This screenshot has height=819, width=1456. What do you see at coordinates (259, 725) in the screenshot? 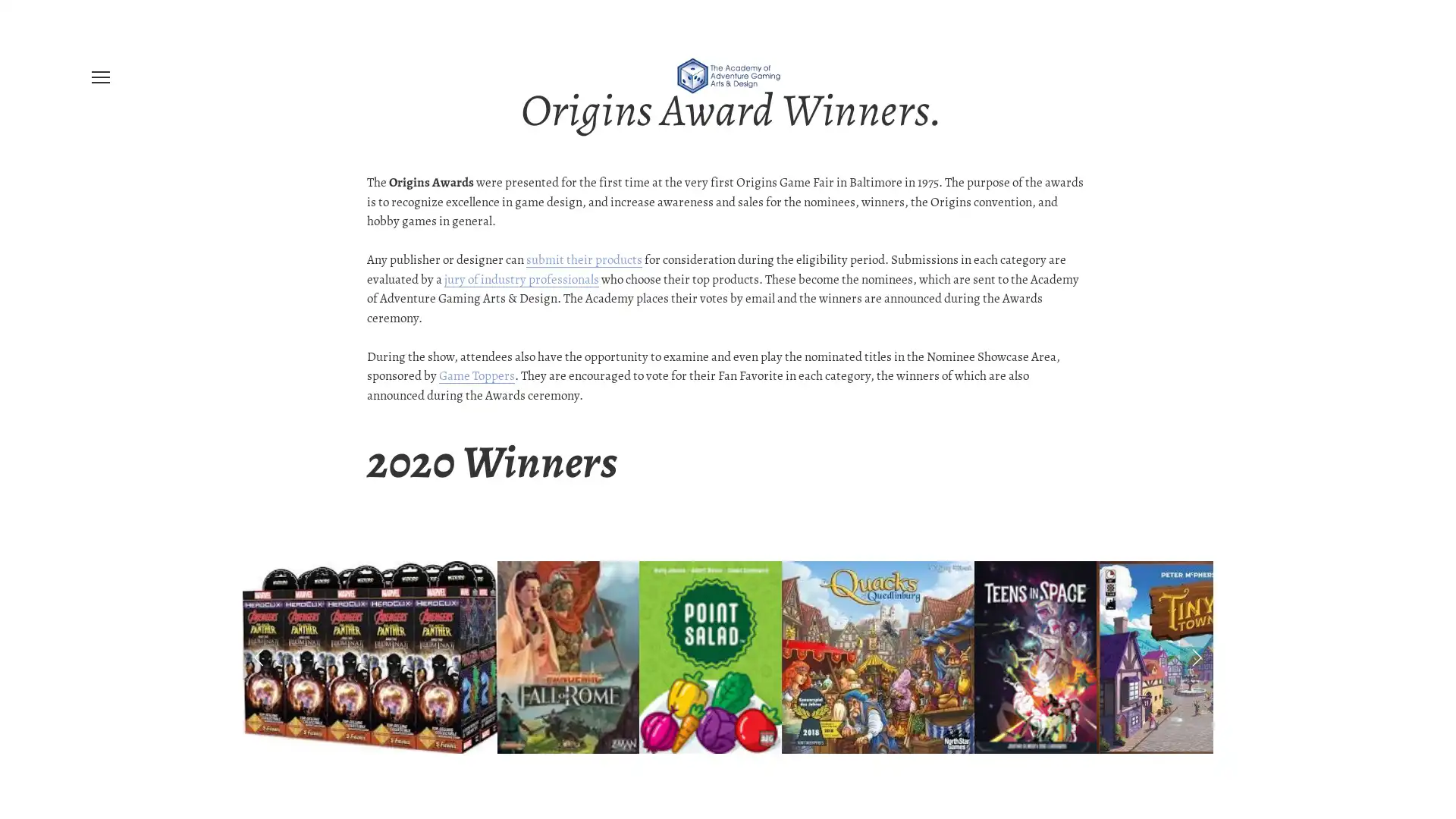
I see `Previous Slide` at bounding box center [259, 725].